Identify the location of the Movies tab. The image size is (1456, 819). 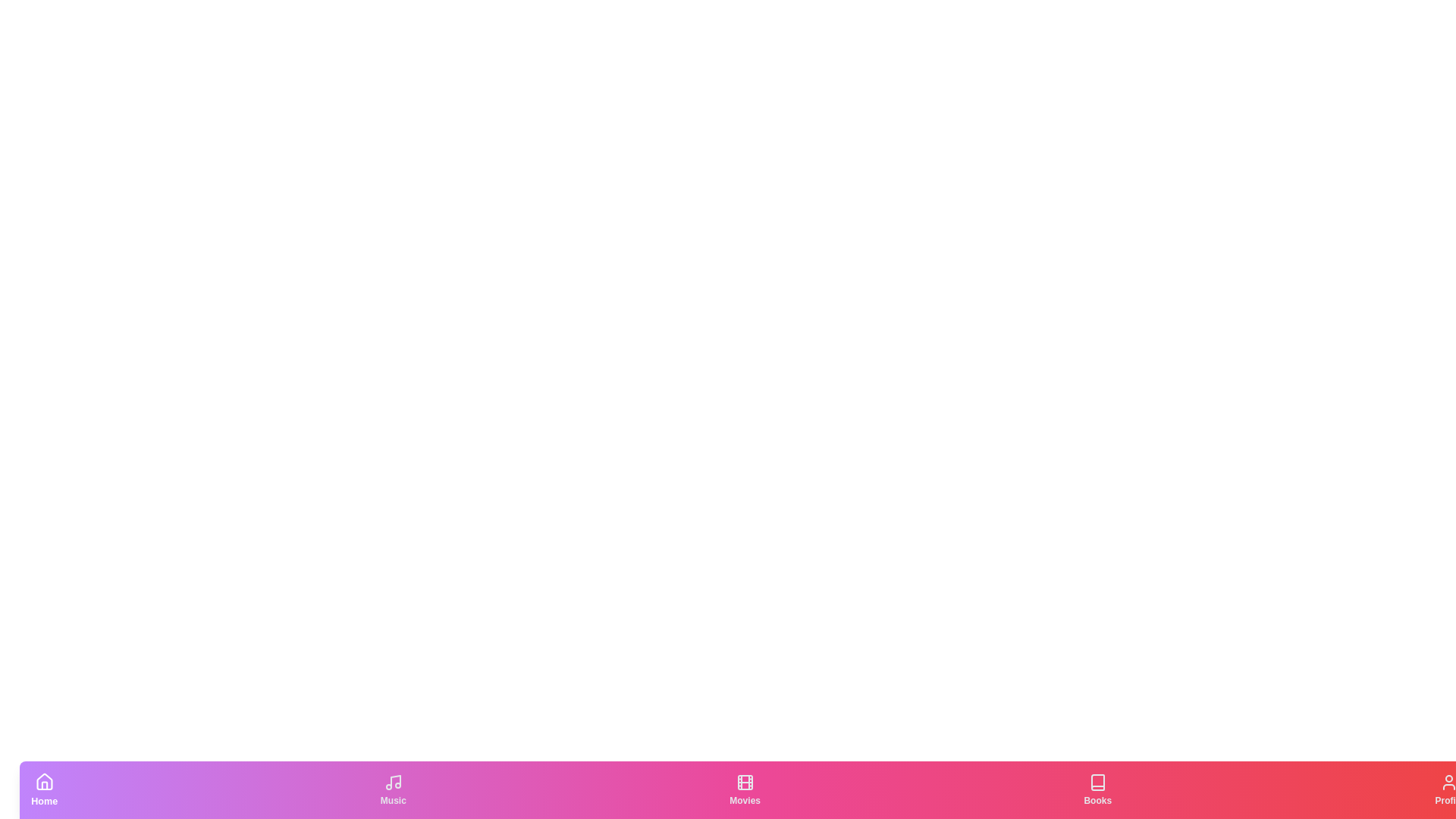
(745, 789).